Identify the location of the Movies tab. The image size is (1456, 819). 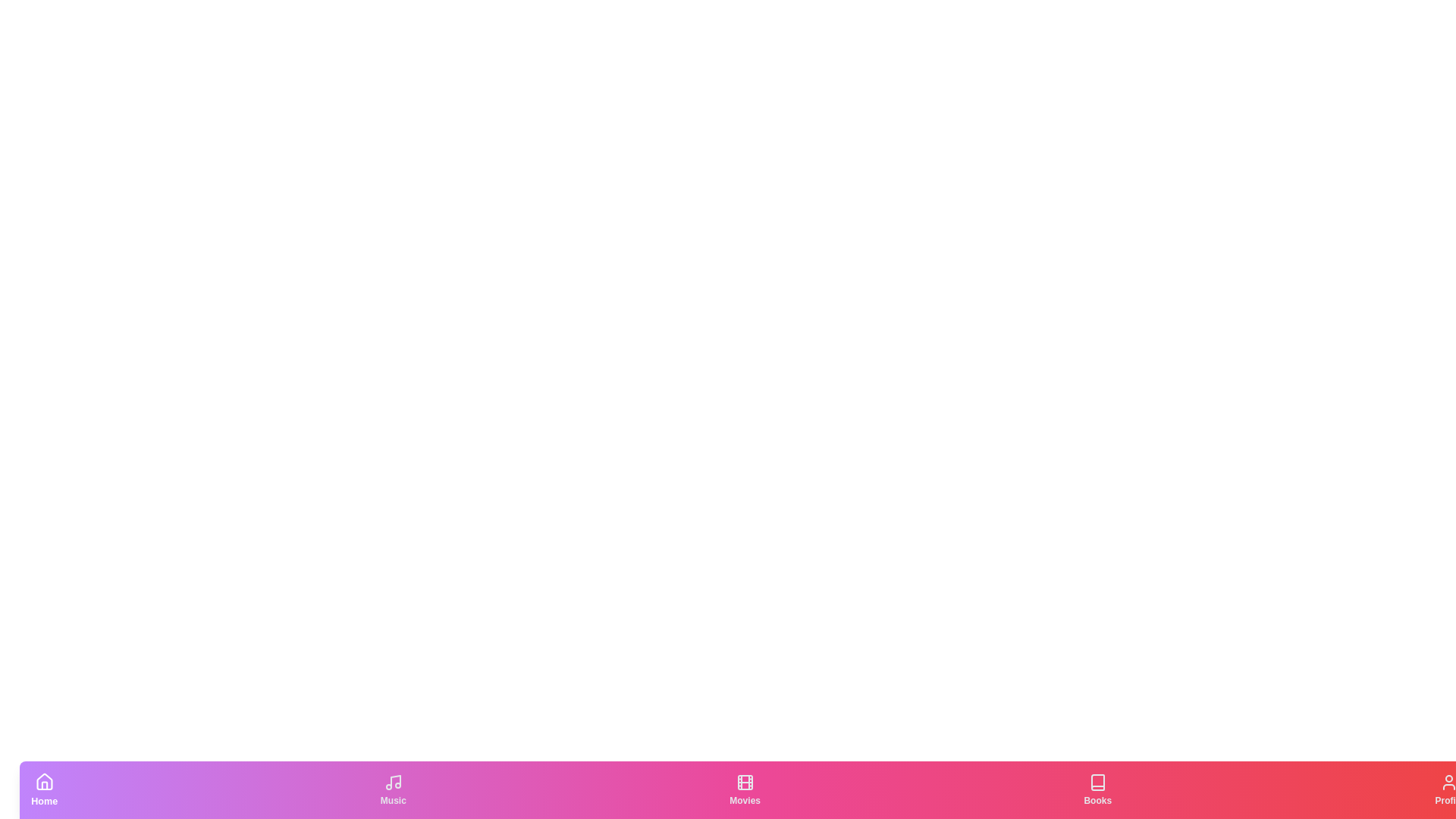
(745, 789).